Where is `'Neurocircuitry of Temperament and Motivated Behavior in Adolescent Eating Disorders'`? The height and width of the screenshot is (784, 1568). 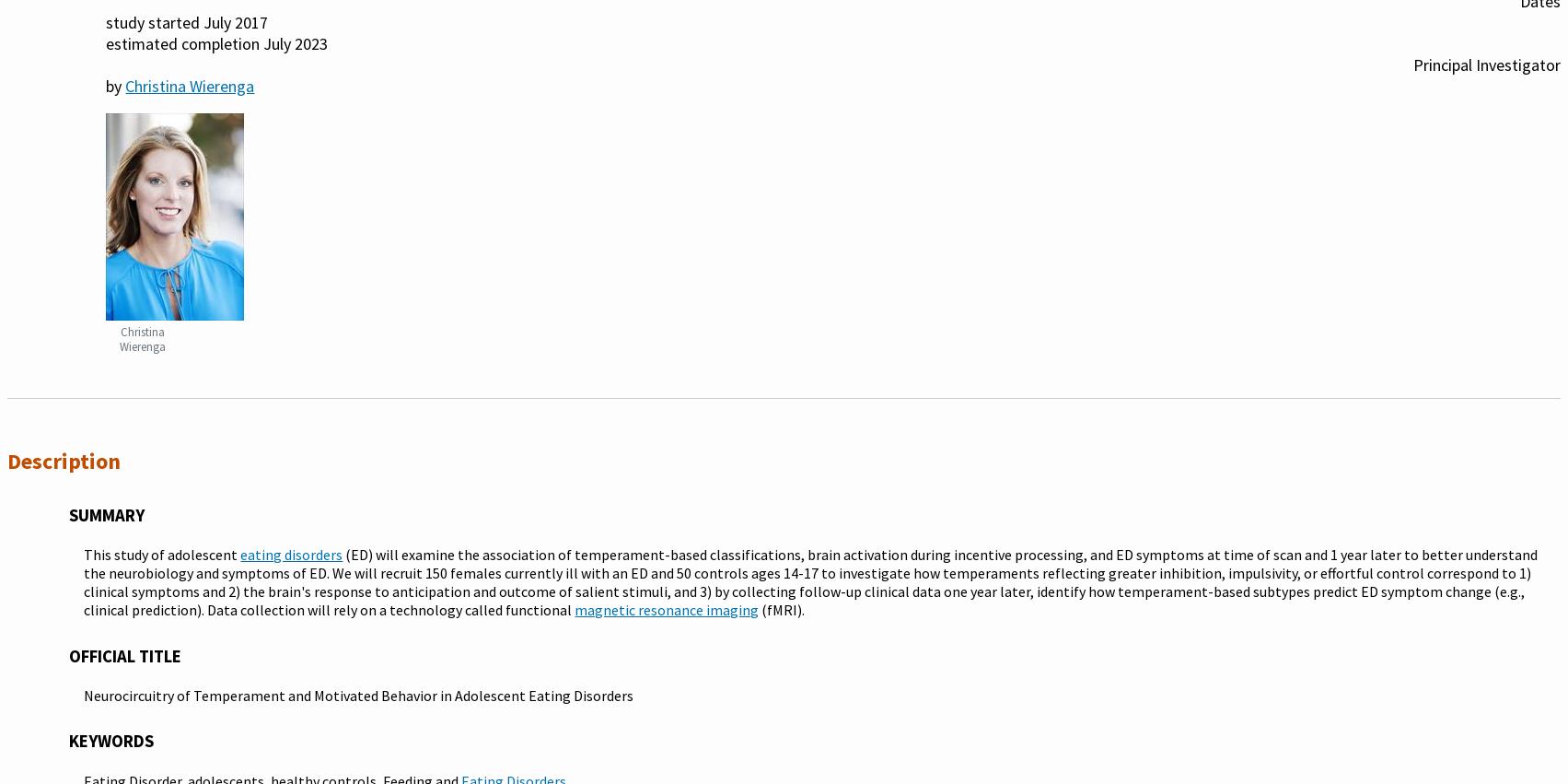
'Neurocircuitry of Temperament and Motivated Behavior in Adolescent Eating Disorders' is located at coordinates (358, 696).